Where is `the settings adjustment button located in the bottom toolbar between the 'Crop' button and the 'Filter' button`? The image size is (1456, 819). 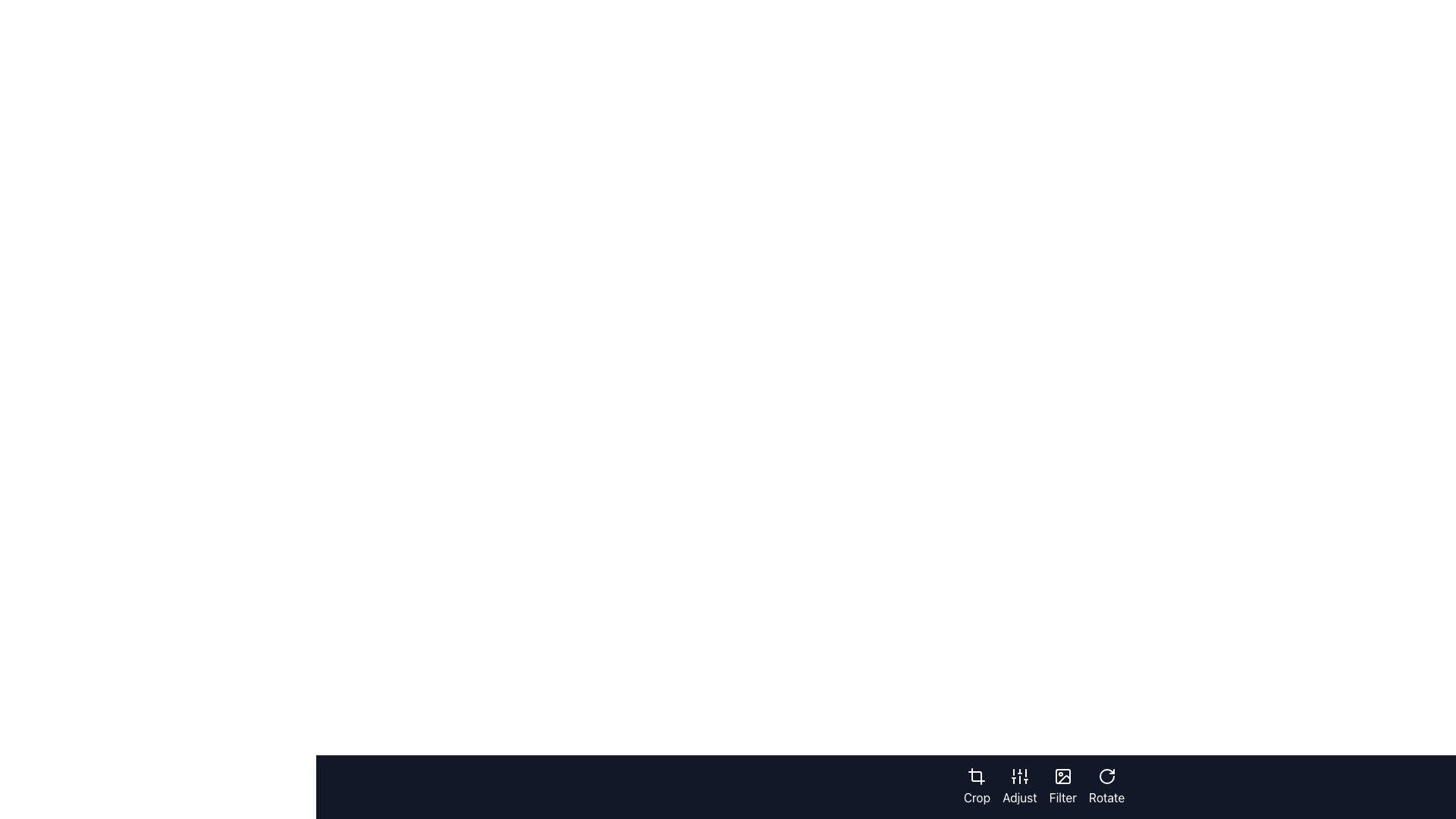
the settings adjustment button located in the bottom toolbar between the 'Crop' button and the 'Filter' button is located at coordinates (1019, 786).